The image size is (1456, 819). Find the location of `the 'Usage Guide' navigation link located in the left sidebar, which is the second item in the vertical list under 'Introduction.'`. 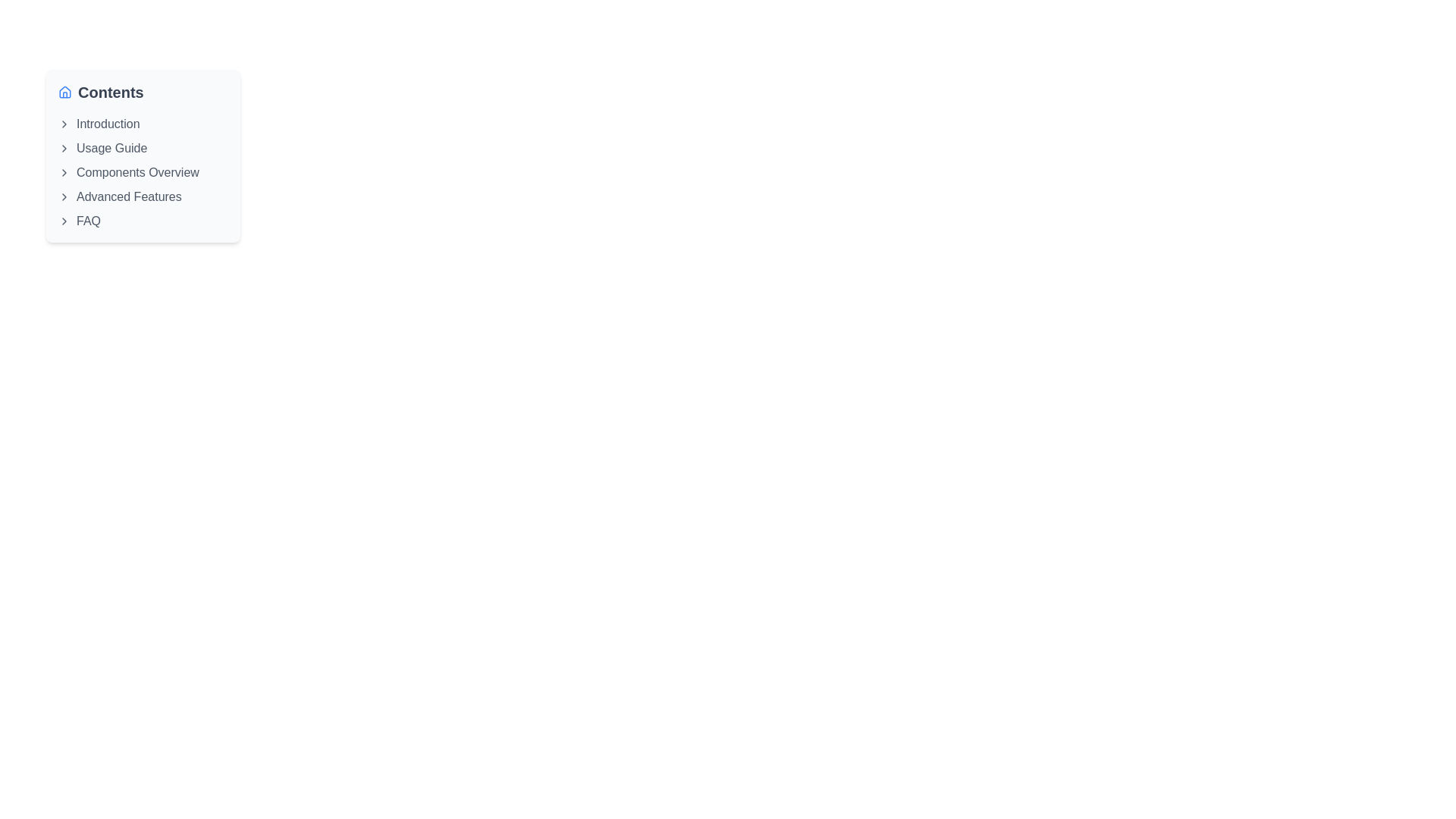

the 'Usage Guide' navigation link located in the left sidebar, which is the second item in the vertical list under 'Introduction.' is located at coordinates (143, 149).